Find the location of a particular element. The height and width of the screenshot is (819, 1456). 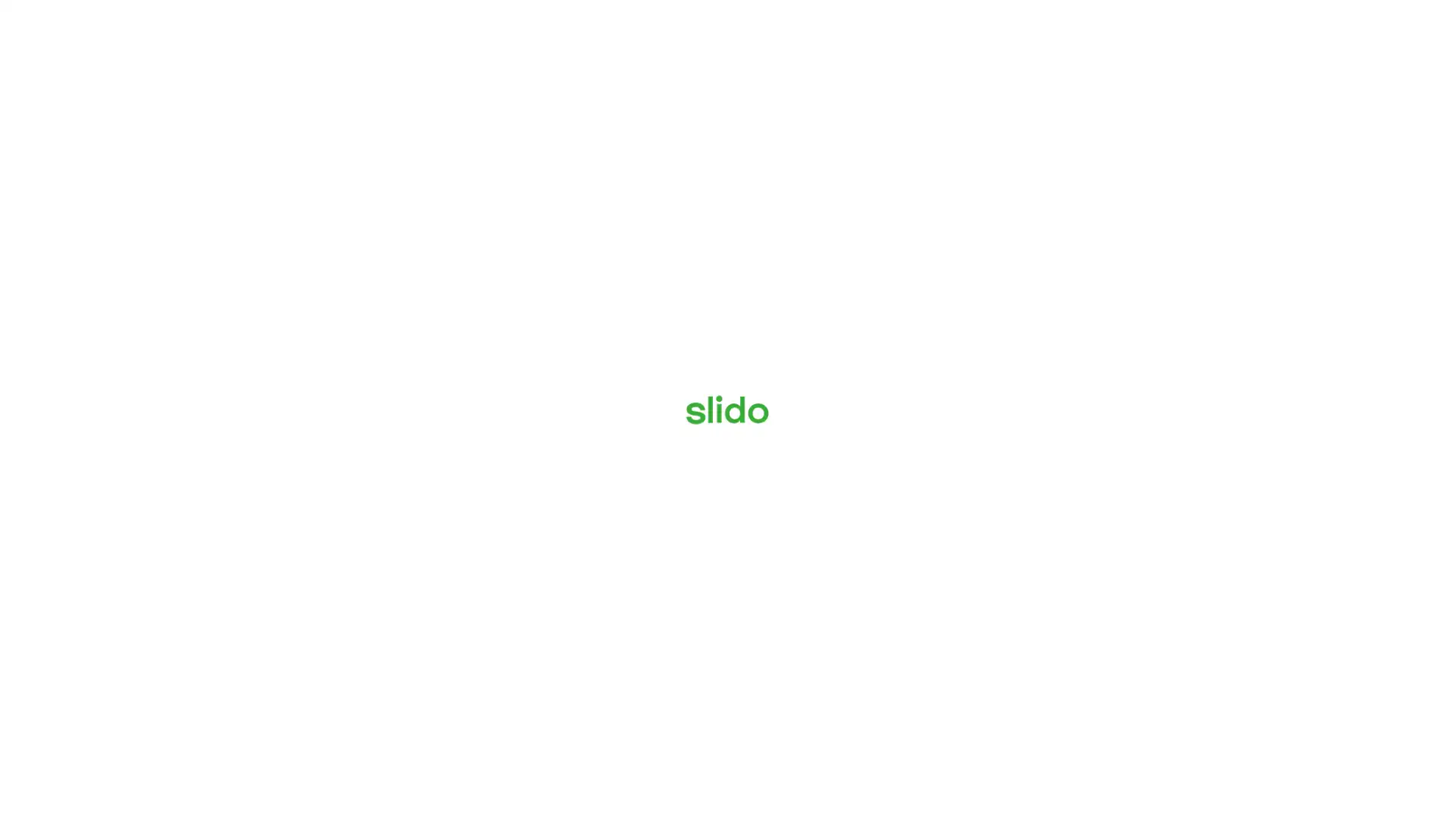

24 votes, Upvote question is located at coordinates (1344, 537).